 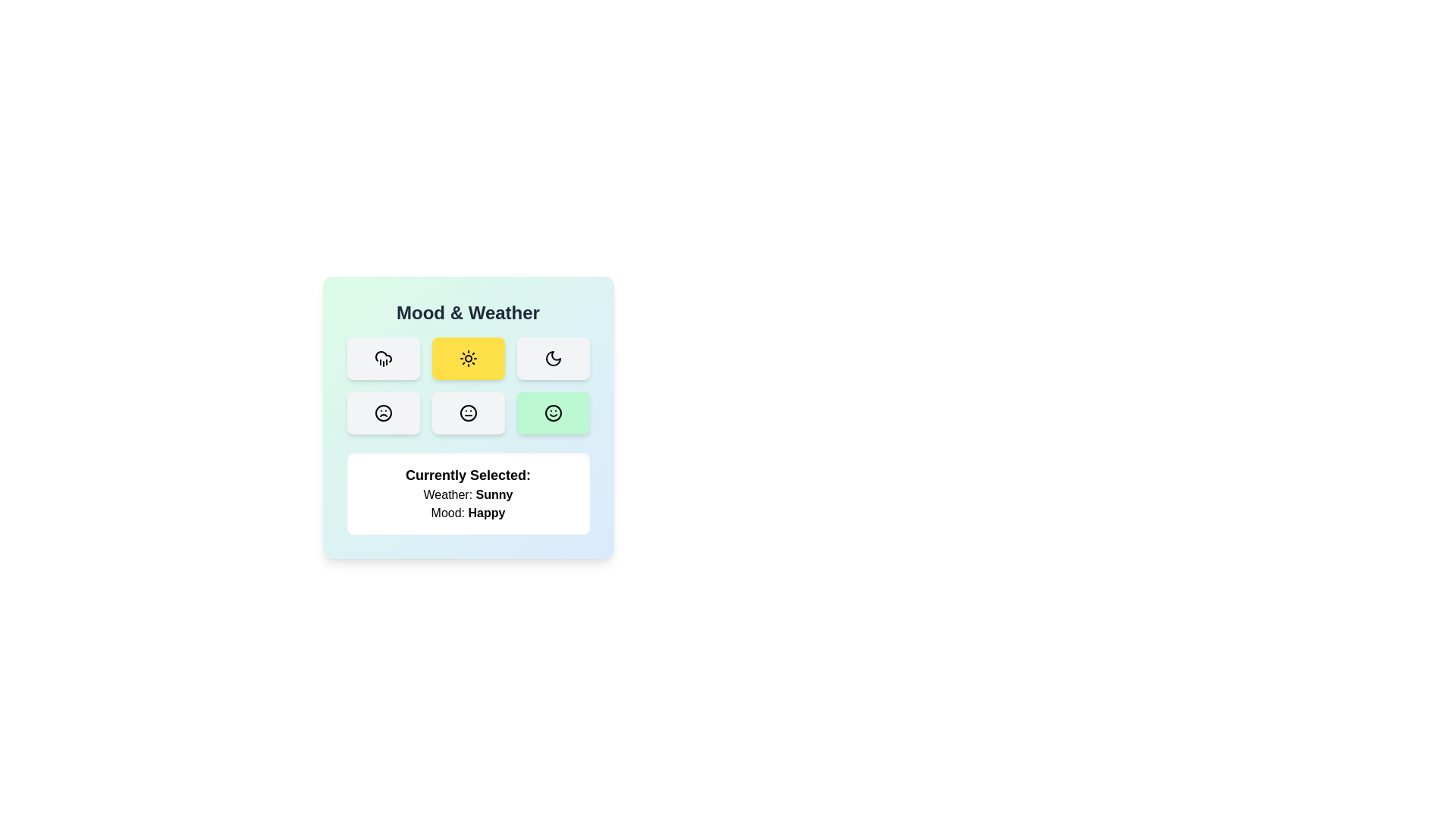 What do you see at coordinates (383, 413) in the screenshot?
I see `the first button in the second row of a 3x2 grid layout` at bounding box center [383, 413].